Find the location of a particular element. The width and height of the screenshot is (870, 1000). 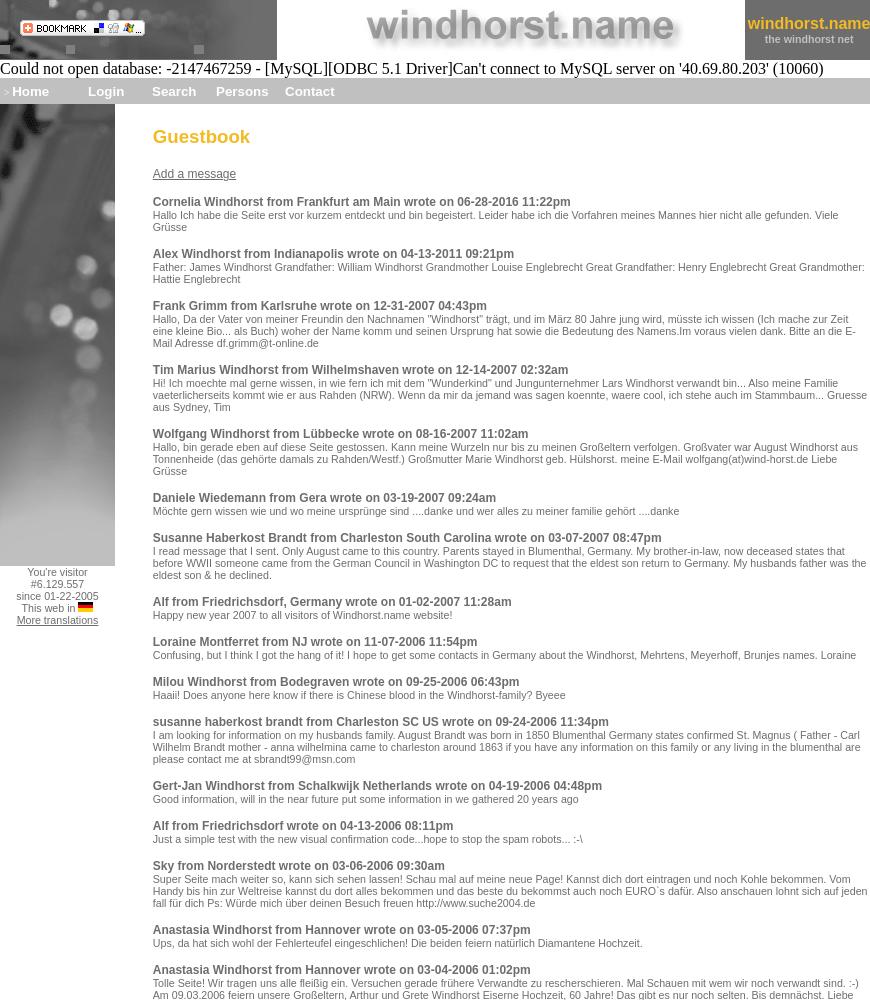

'Daniele Wiedemann from Gera wrote on 03-19-2007 09:24am' is located at coordinates (323, 497).